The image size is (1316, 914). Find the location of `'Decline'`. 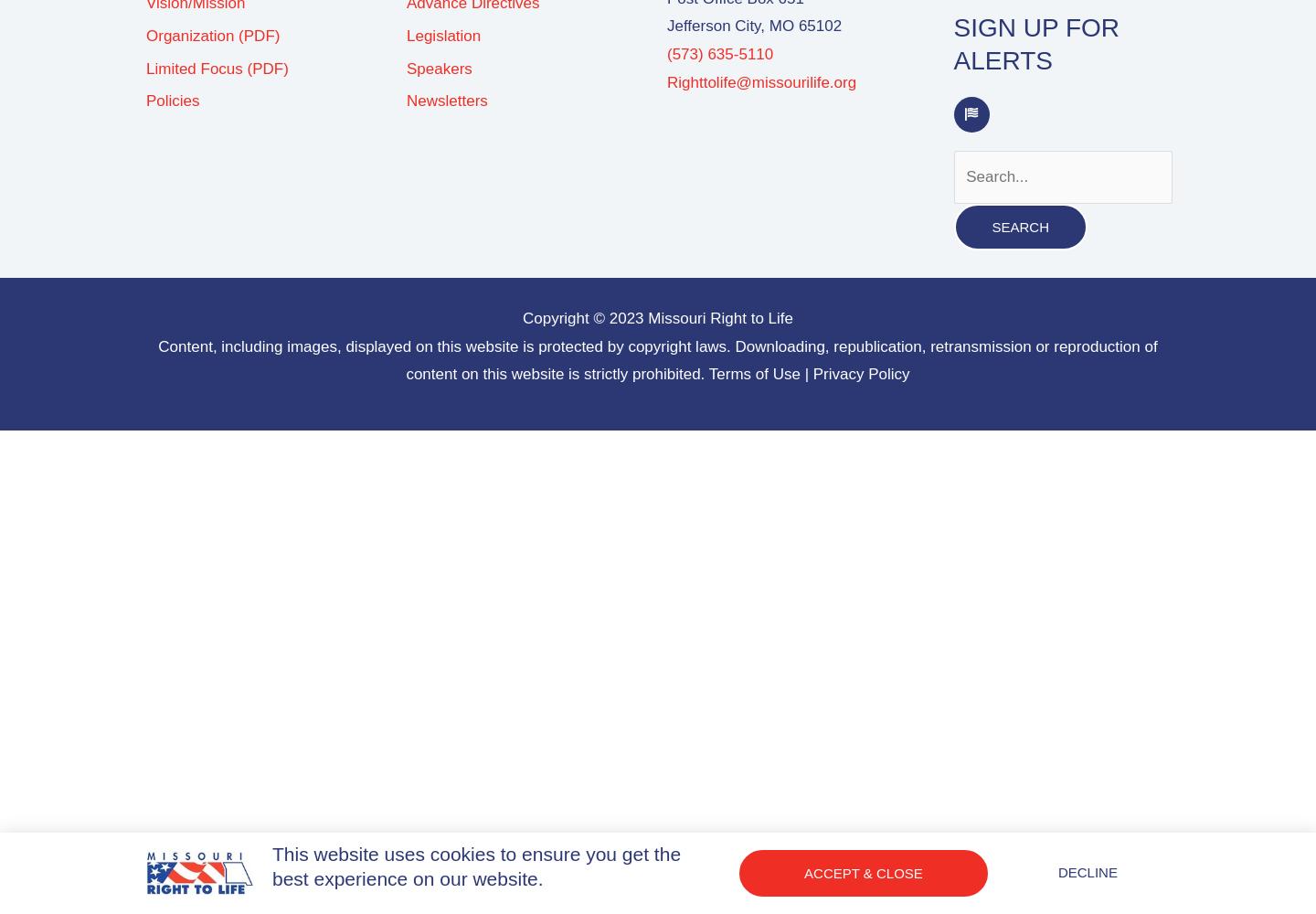

'Decline' is located at coordinates (1057, 871).